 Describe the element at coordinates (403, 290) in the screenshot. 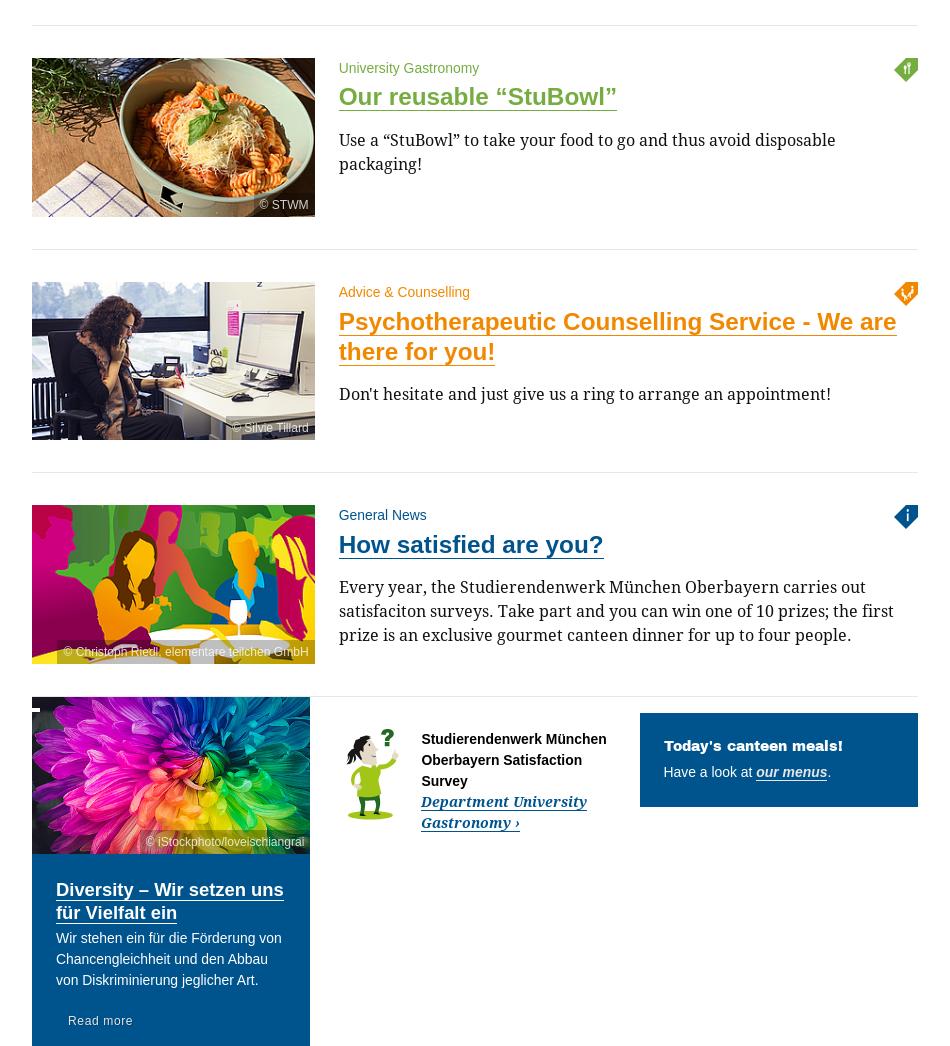

I see `'Advice & Counselling'` at that location.